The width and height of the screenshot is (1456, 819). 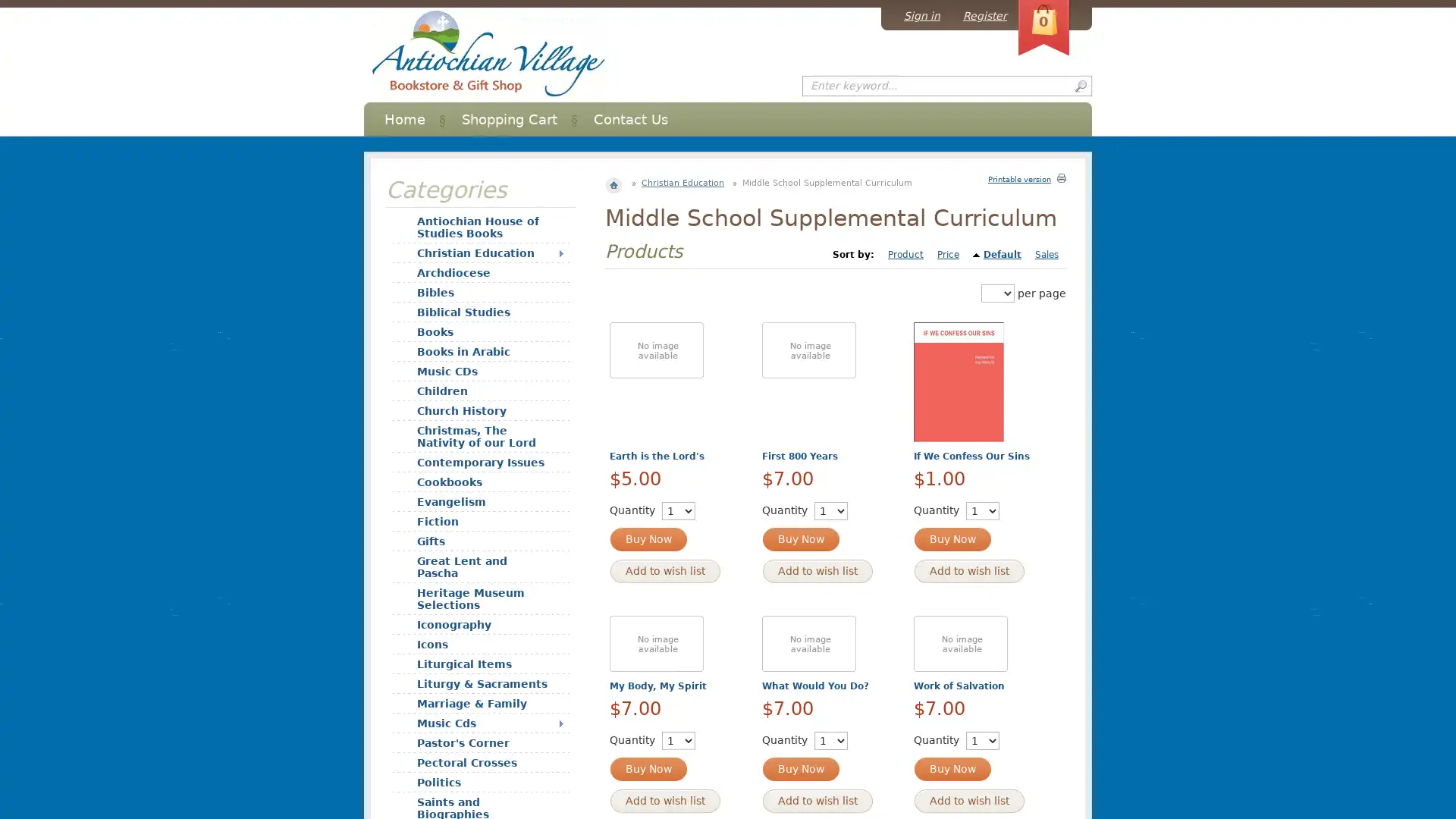 I want to click on Add to wish list, so click(x=968, y=571).